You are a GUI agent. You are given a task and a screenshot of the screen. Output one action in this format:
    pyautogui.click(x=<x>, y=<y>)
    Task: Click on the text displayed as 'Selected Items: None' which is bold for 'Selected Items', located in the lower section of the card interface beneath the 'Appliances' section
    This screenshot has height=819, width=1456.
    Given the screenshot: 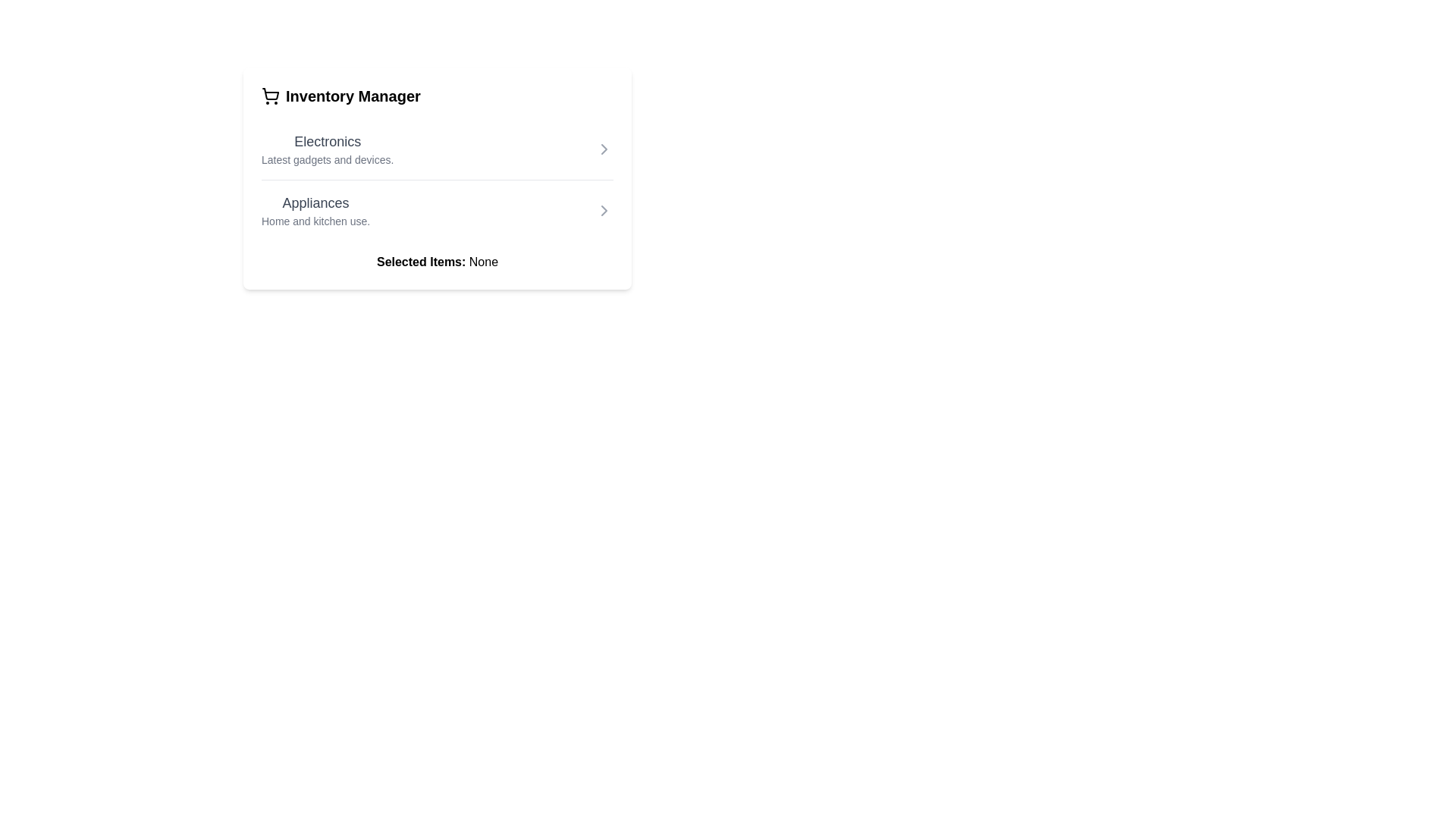 What is the action you would take?
    pyautogui.click(x=436, y=262)
    